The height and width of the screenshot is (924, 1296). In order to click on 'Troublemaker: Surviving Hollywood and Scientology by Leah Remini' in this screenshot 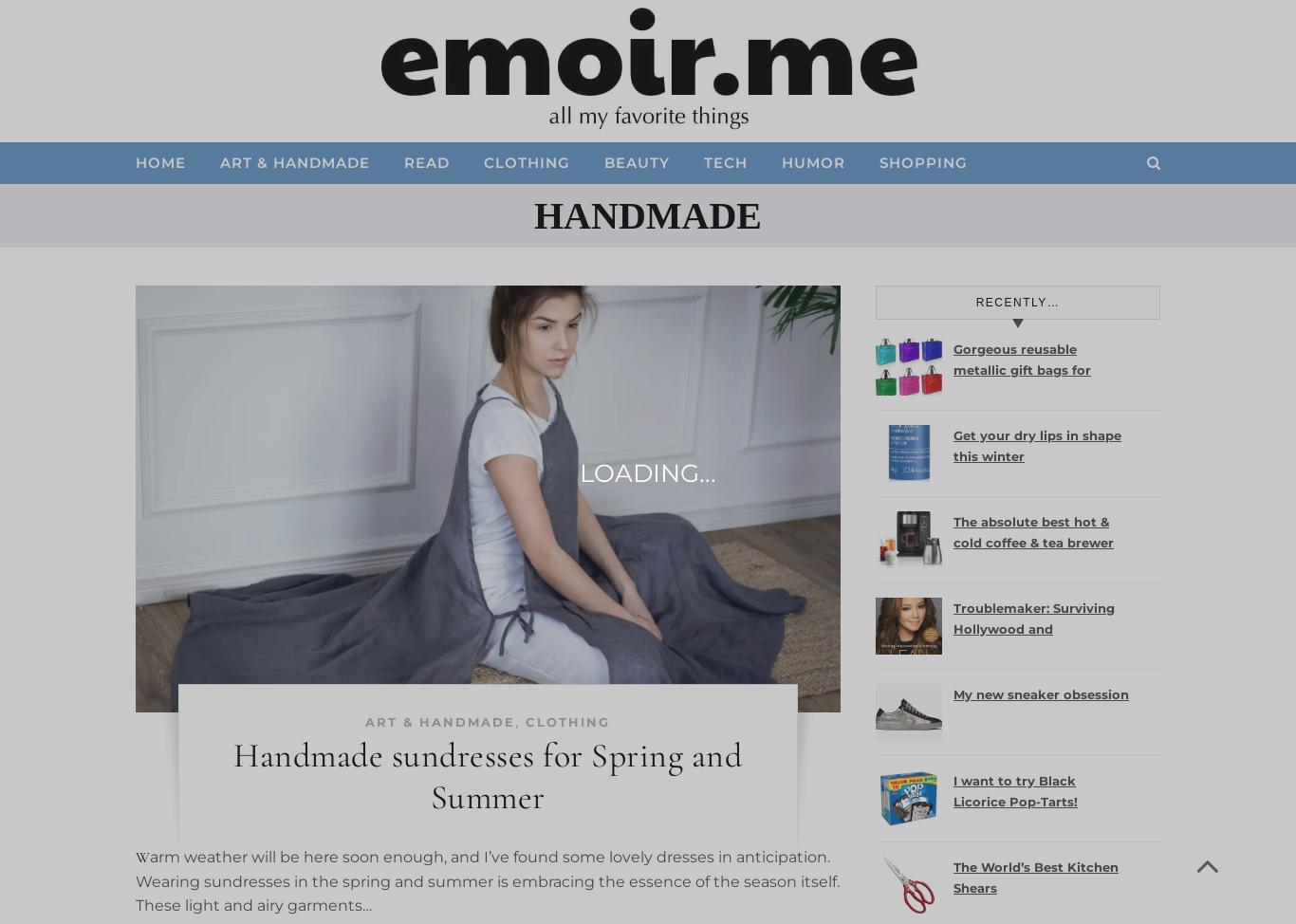, I will do `click(953, 638)`.